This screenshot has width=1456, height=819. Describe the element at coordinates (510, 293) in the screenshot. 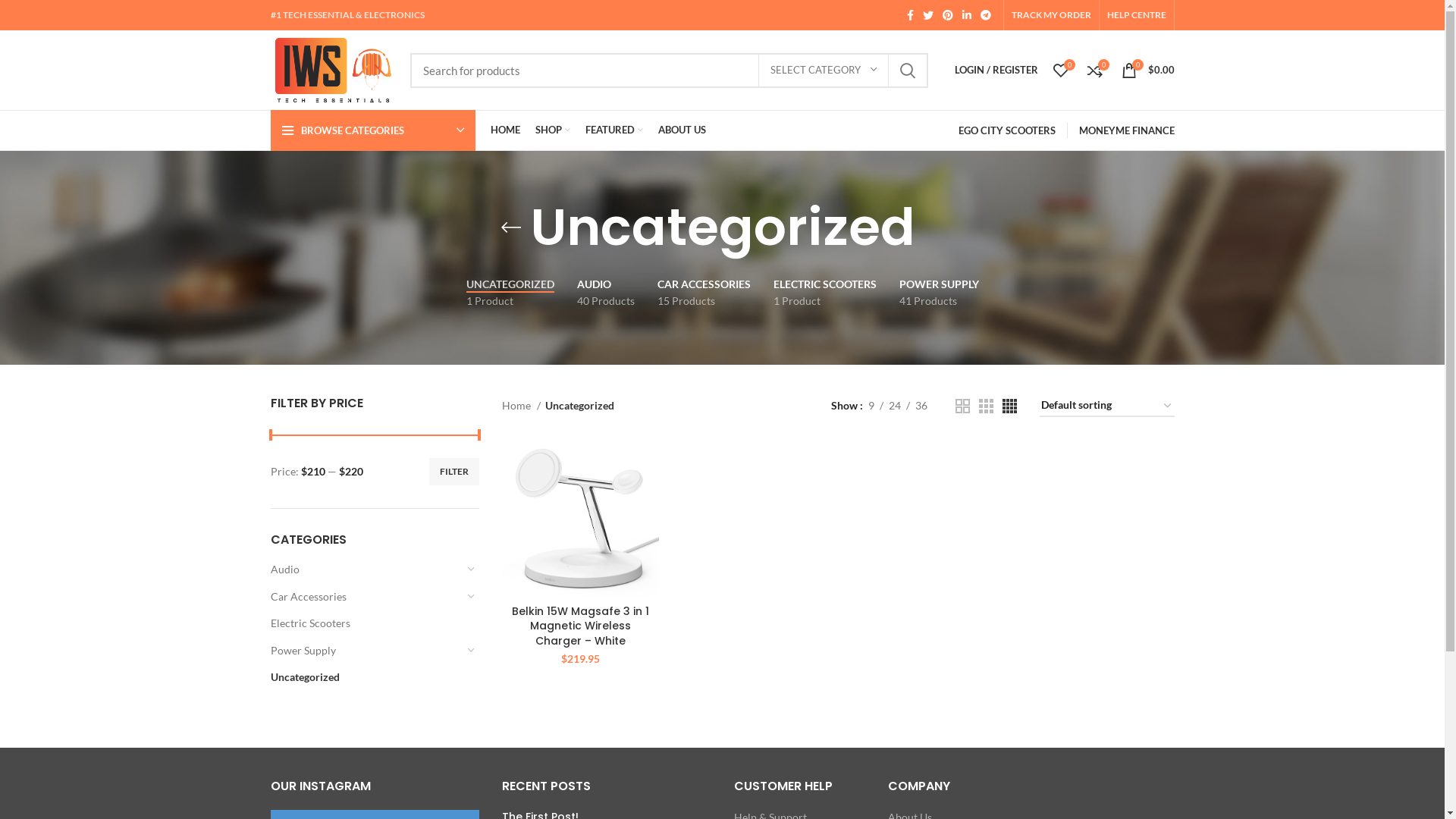

I see `'UNCATEGORIZED` at that location.